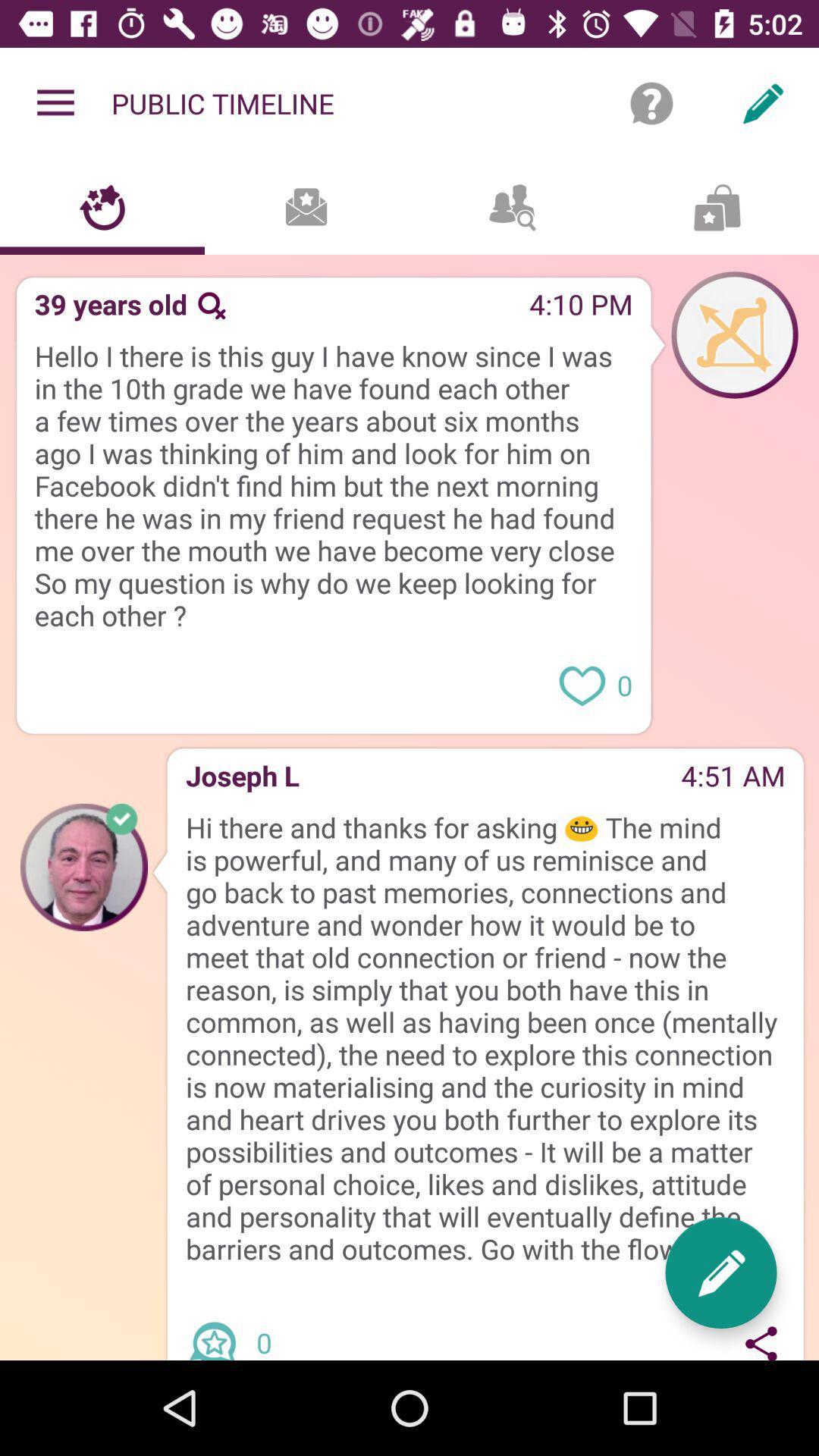 The width and height of the screenshot is (819, 1456). What do you see at coordinates (105, 309) in the screenshot?
I see `the 39 years old item` at bounding box center [105, 309].